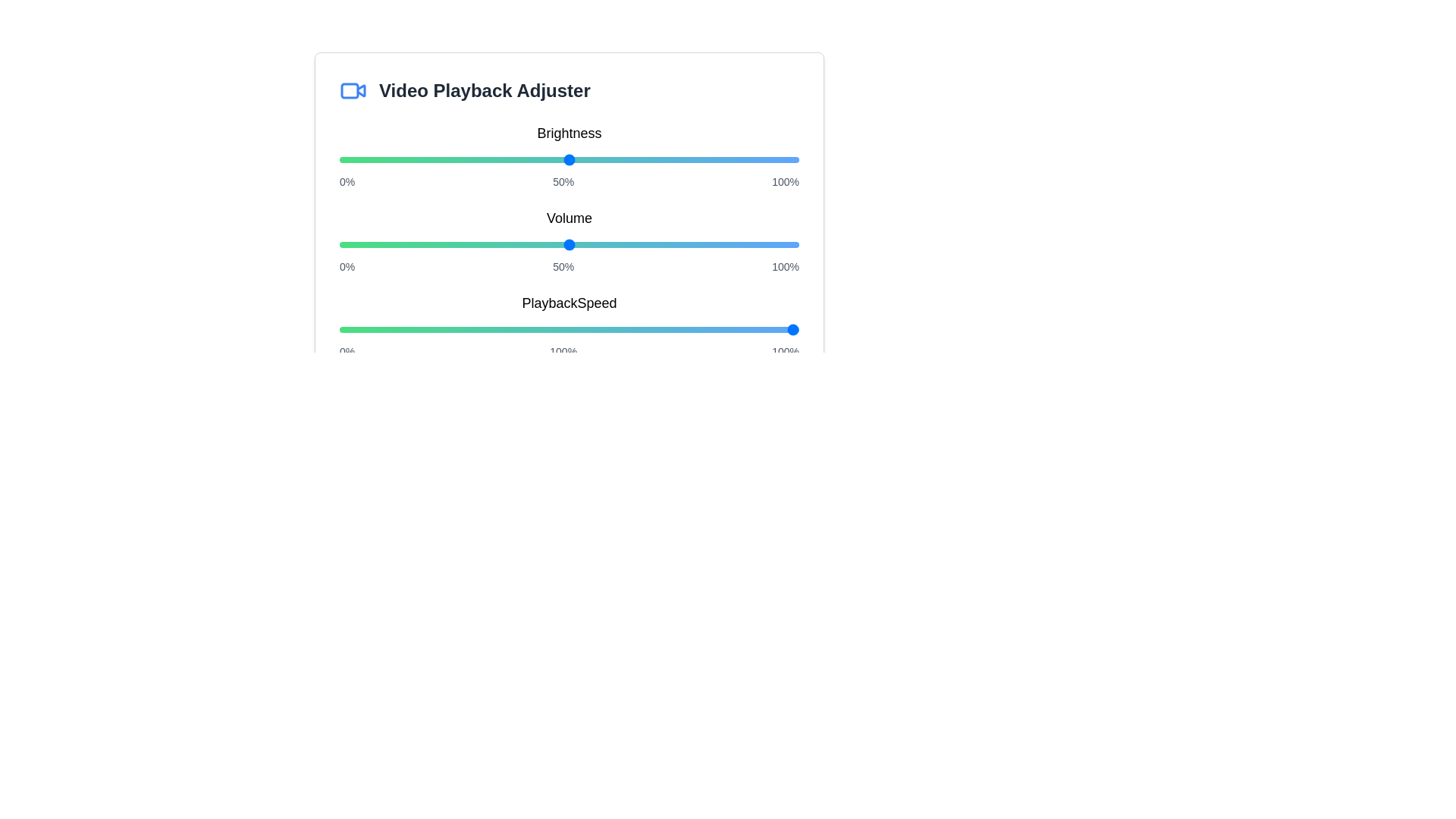 This screenshot has height=819, width=1456. Describe the element at coordinates (357, 244) in the screenshot. I see `the volume slider to set the volume to 4%` at that location.